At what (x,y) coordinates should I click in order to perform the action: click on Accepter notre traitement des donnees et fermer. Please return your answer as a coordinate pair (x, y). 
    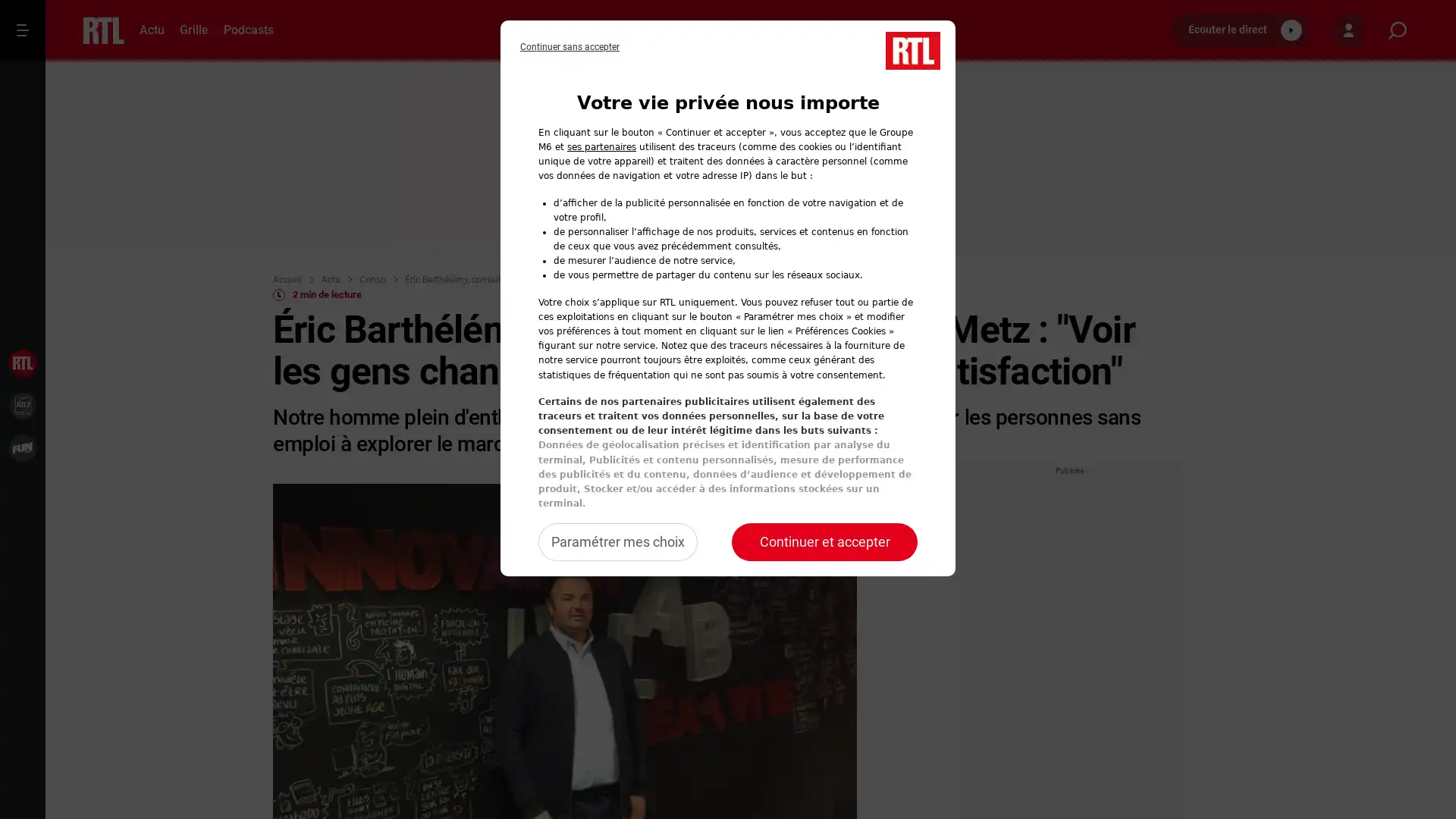
    Looking at the image, I should click on (824, 541).